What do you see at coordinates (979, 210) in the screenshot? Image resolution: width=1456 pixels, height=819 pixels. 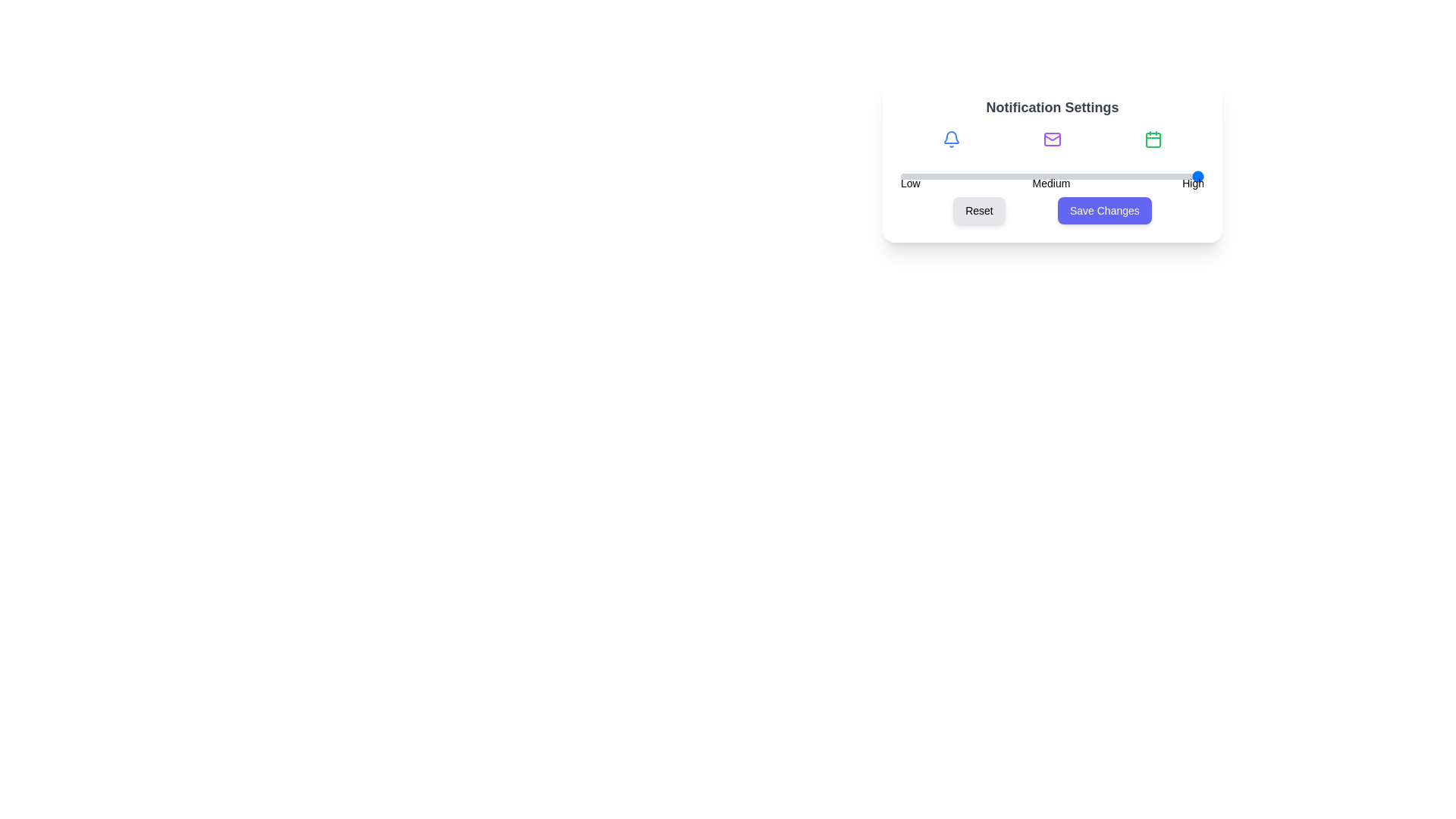 I see `'Reset' button to reset the settings` at bounding box center [979, 210].